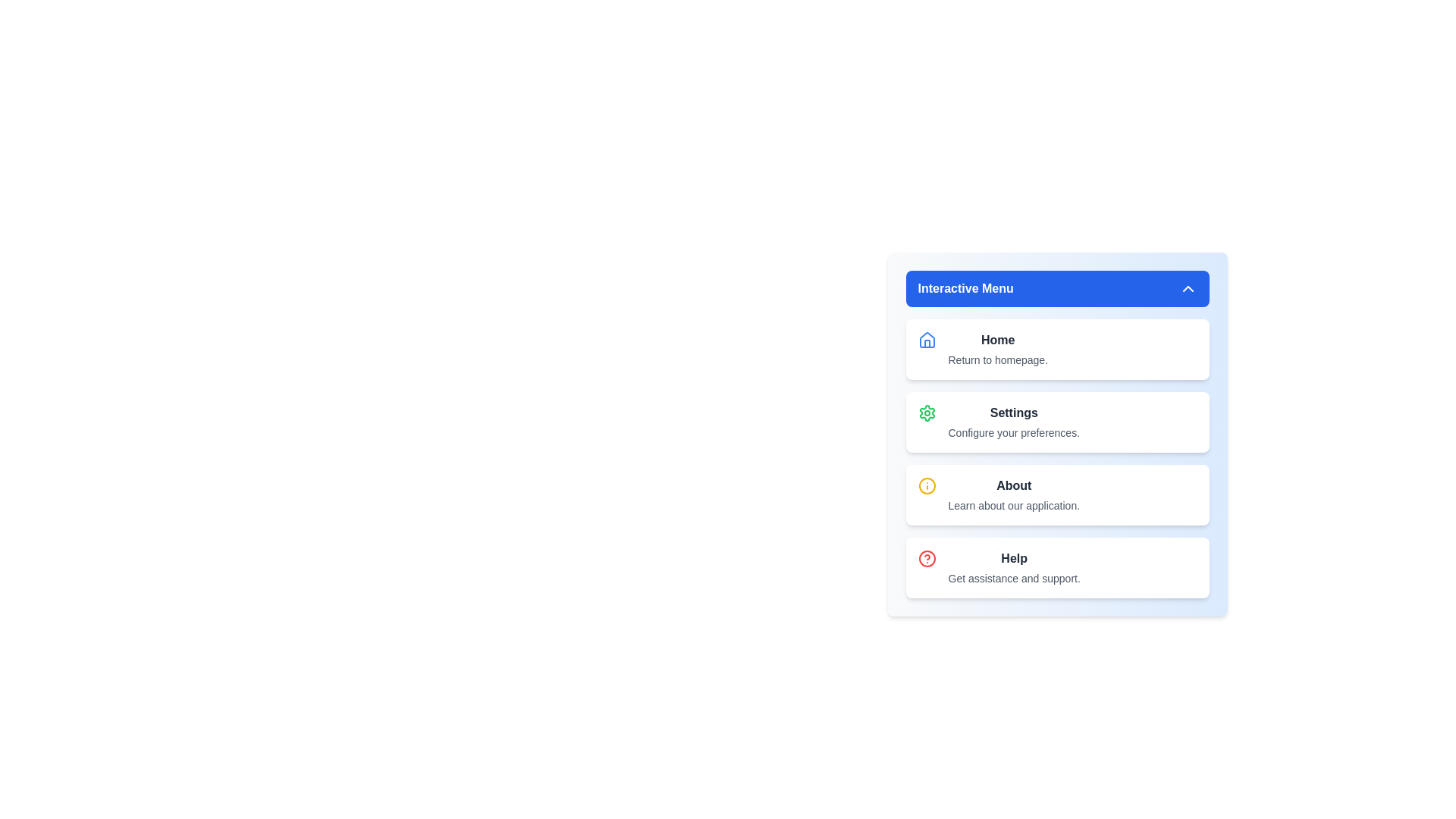 The image size is (1456, 819). I want to click on the Decorative icon (circle with outline) located at the center of the 'About' button in the interactive menu, which is a yellow circular outline used to indicate the feature, so click(926, 485).